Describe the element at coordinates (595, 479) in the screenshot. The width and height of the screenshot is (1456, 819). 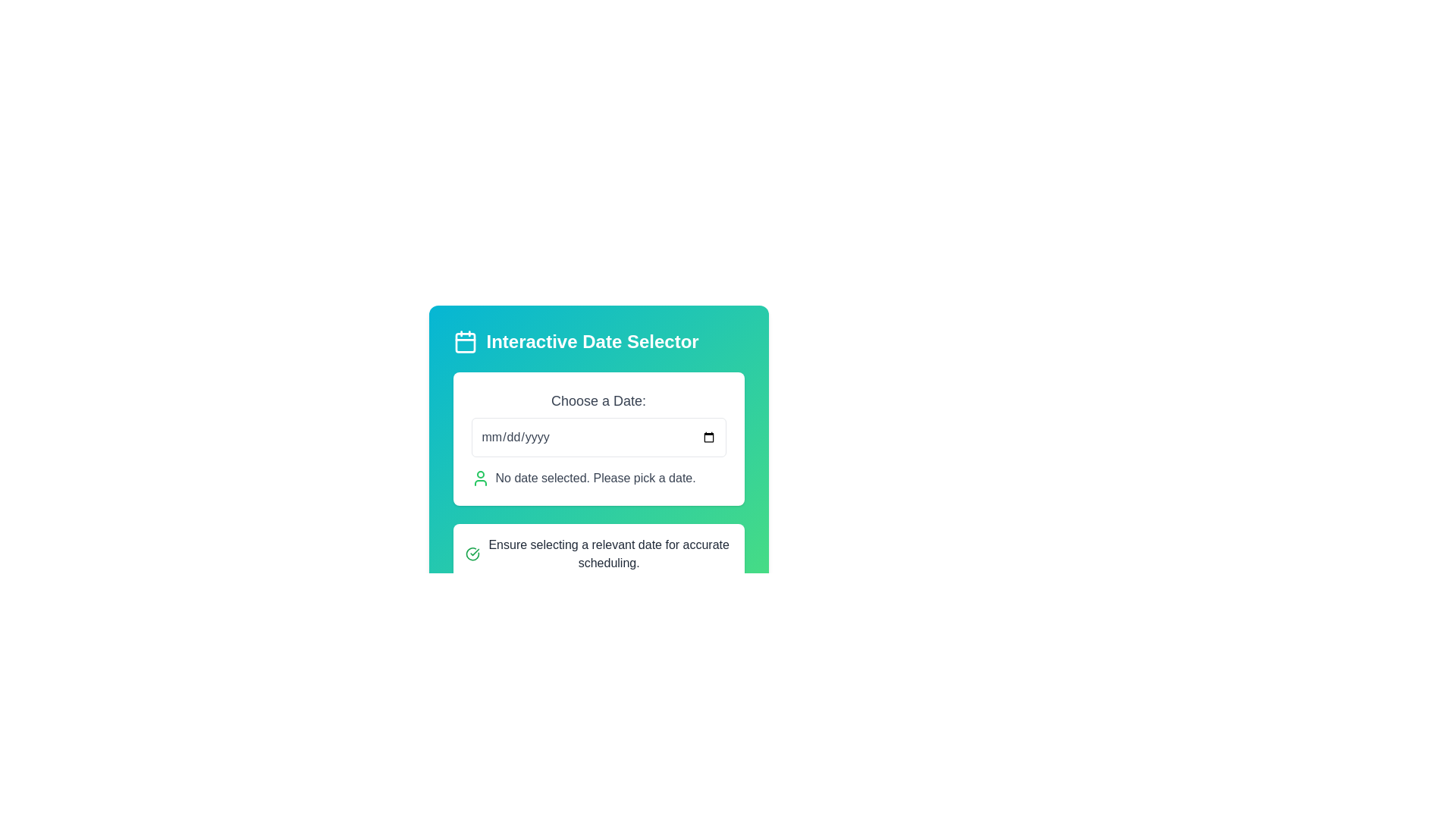
I see `the text label displaying 'No date selected. Please pick a date.' which is located beneath the 'Choose a Date:' input field and aligned beside a green person icon` at that location.